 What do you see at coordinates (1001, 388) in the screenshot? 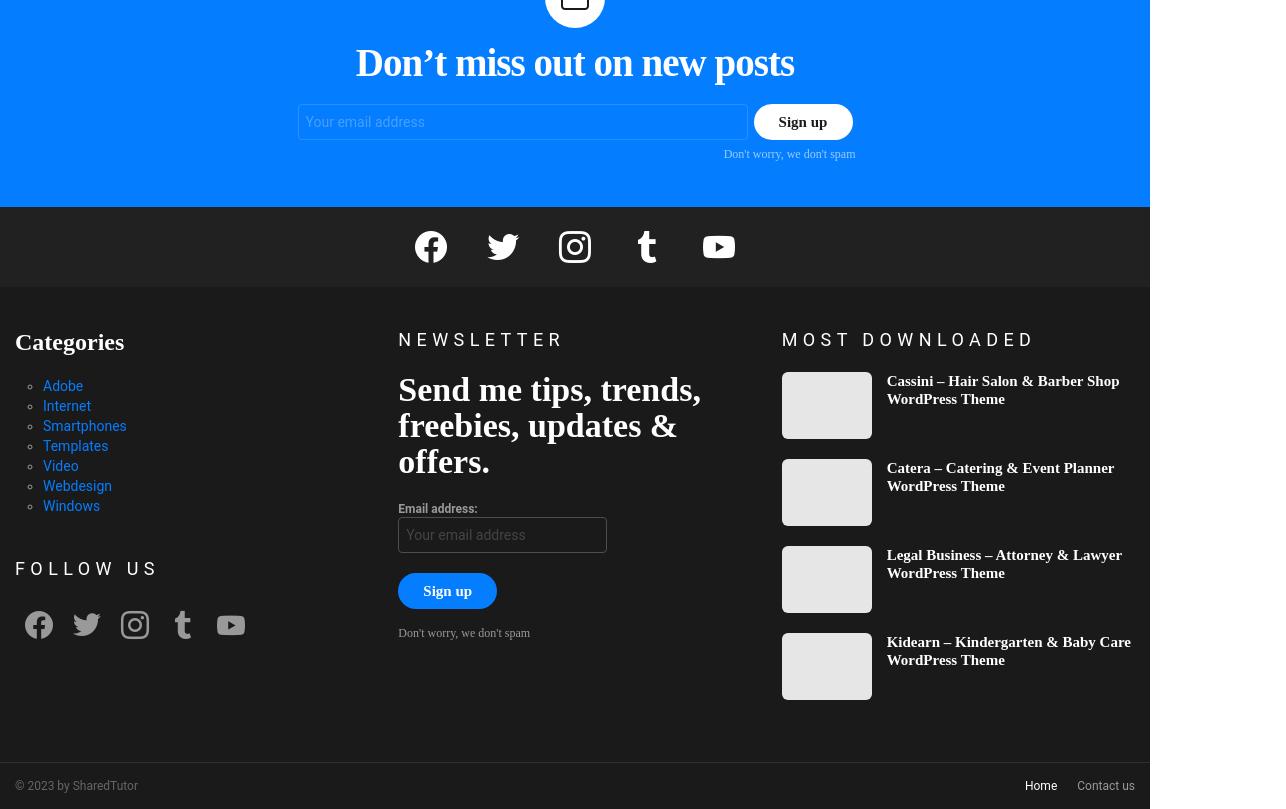
I see `'Cassini – Hair Salon & Barber Shop WordPress Theme'` at bounding box center [1001, 388].